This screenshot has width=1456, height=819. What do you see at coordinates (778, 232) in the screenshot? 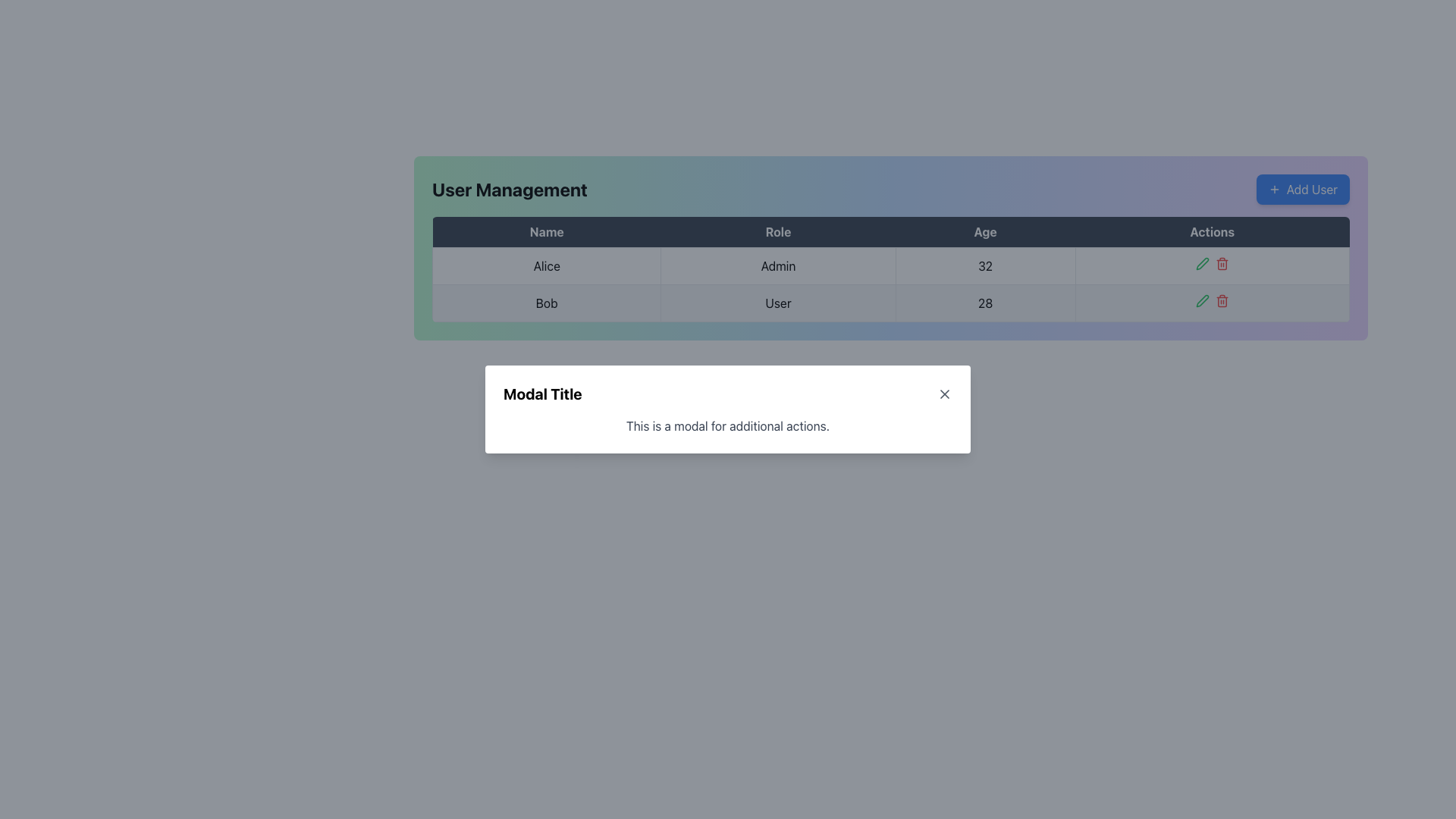
I see `the second column header in the table that indicates user roles, located between 'Name' and 'Age'` at bounding box center [778, 232].